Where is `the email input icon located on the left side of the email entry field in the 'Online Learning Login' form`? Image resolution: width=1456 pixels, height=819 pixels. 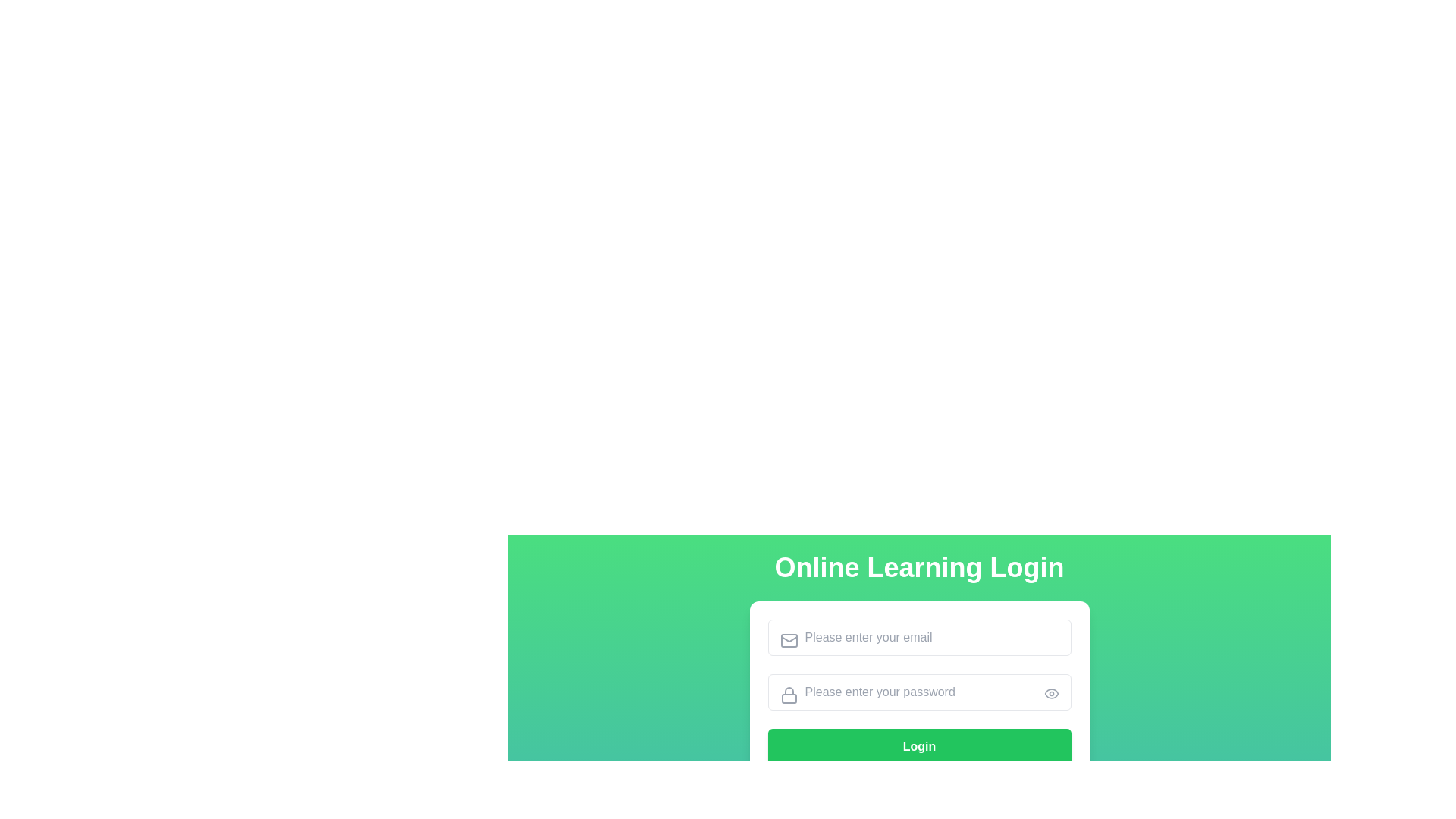
the email input icon located on the left side of the email entry field in the 'Online Learning Login' form is located at coordinates (789, 640).